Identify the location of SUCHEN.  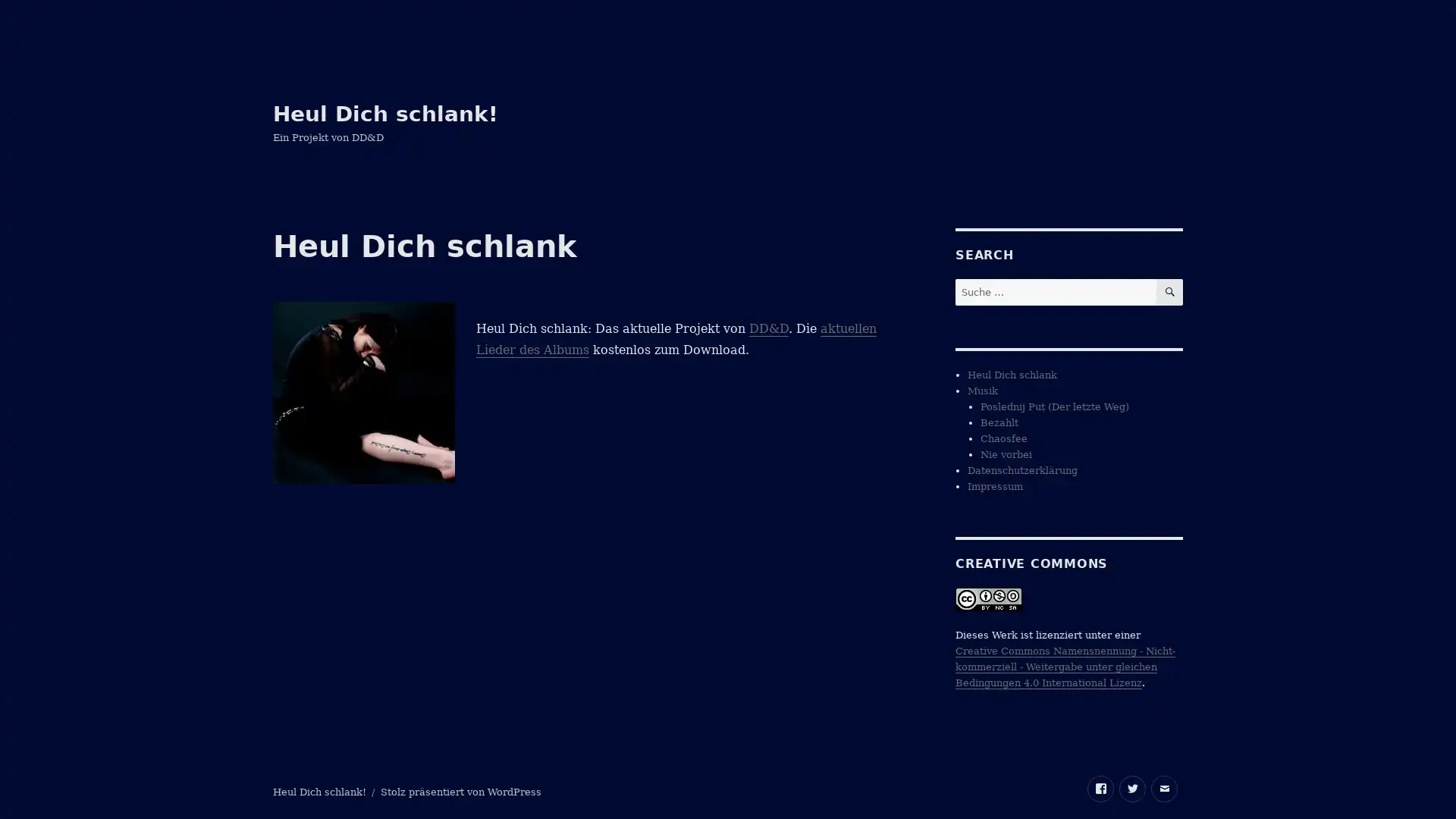
(1169, 292).